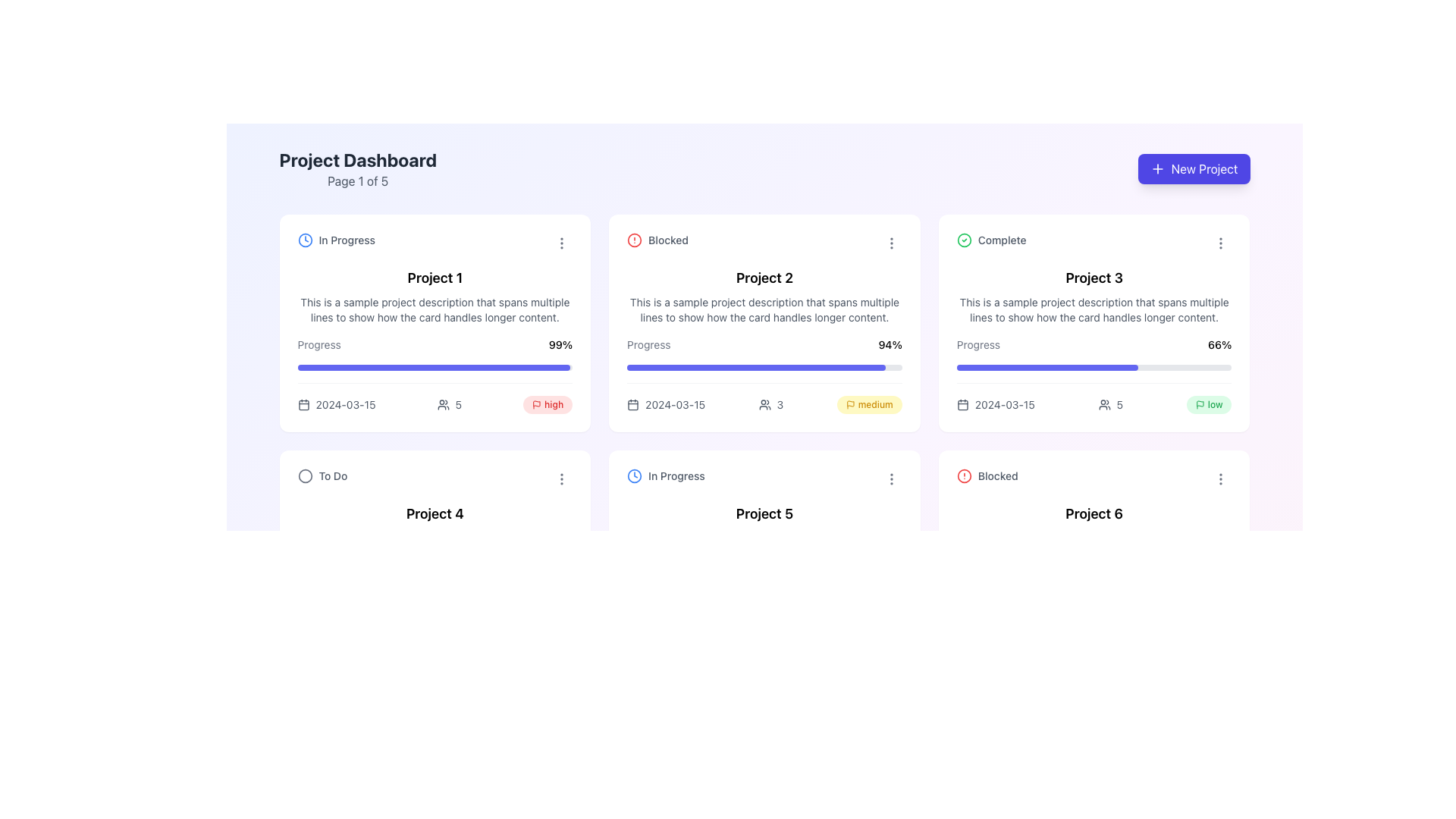 The image size is (1456, 819). What do you see at coordinates (850, 403) in the screenshot?
I see `the status indicator by clicking on the flag icon, which is an outlined icon with rounded stroke joins, located to the left of a medium label within the Project 2 card` at bounding box center [850, 403].